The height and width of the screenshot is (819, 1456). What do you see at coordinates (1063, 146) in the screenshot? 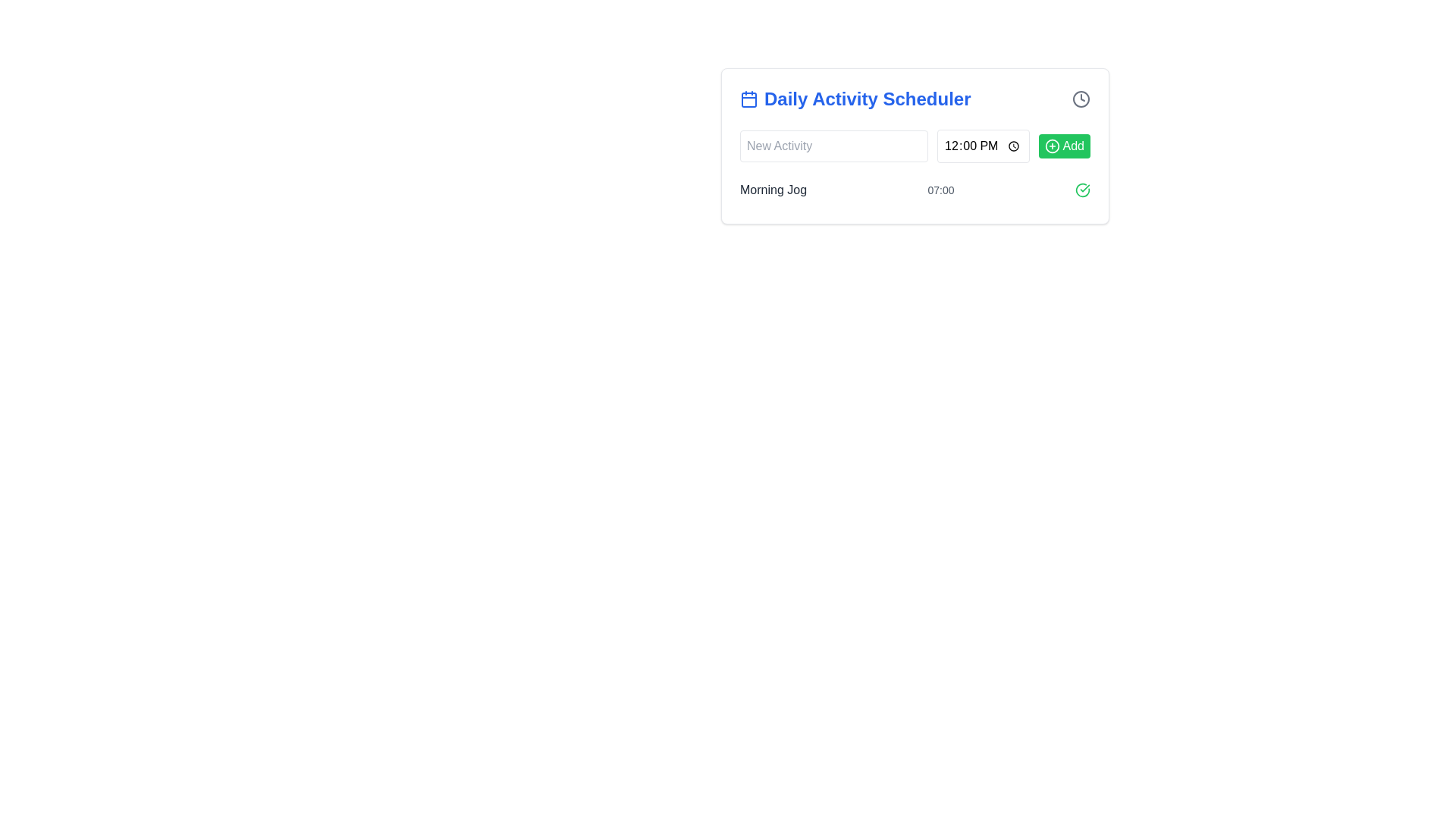
I see `the green rectangular button labeled 'Add' with a white '+' icon, located at the far-right end of the row adjacent to the 'New Activity' text input field` at bounding box center [1063, 146].